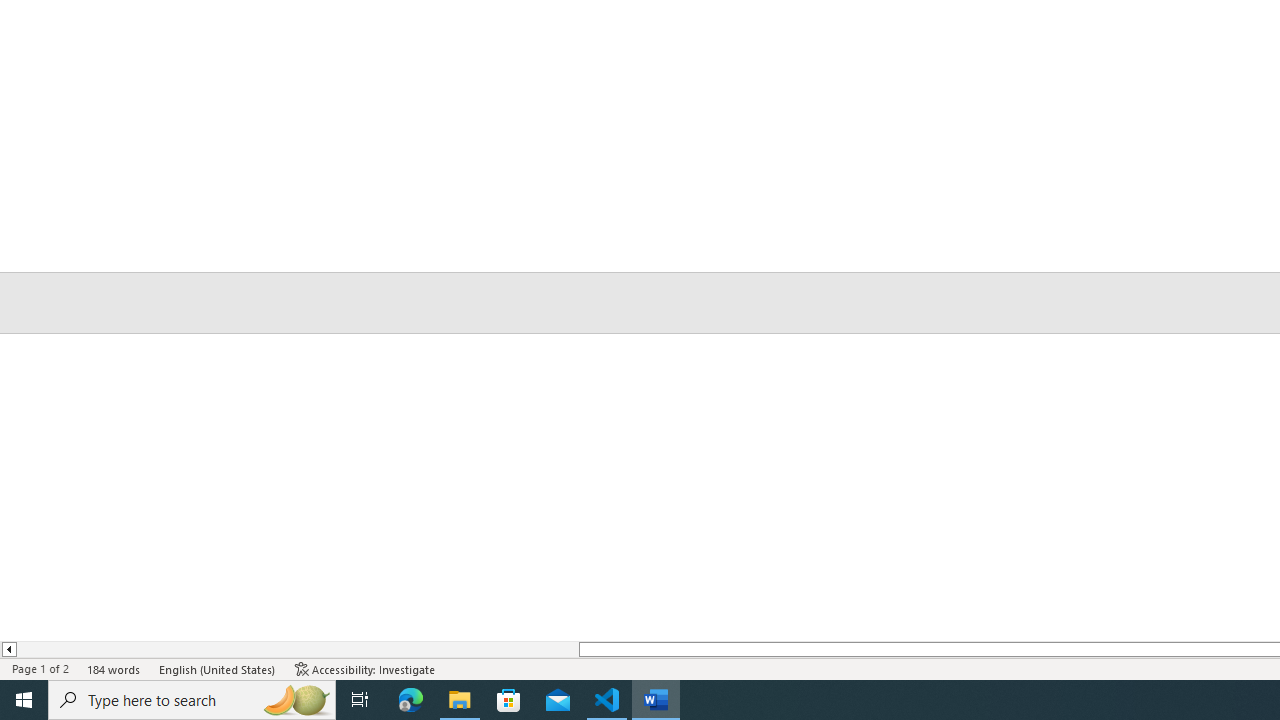 The height and width of the screenshot is (720, 1280). I want to click on 'Language English (United States)', so click(218, 669).